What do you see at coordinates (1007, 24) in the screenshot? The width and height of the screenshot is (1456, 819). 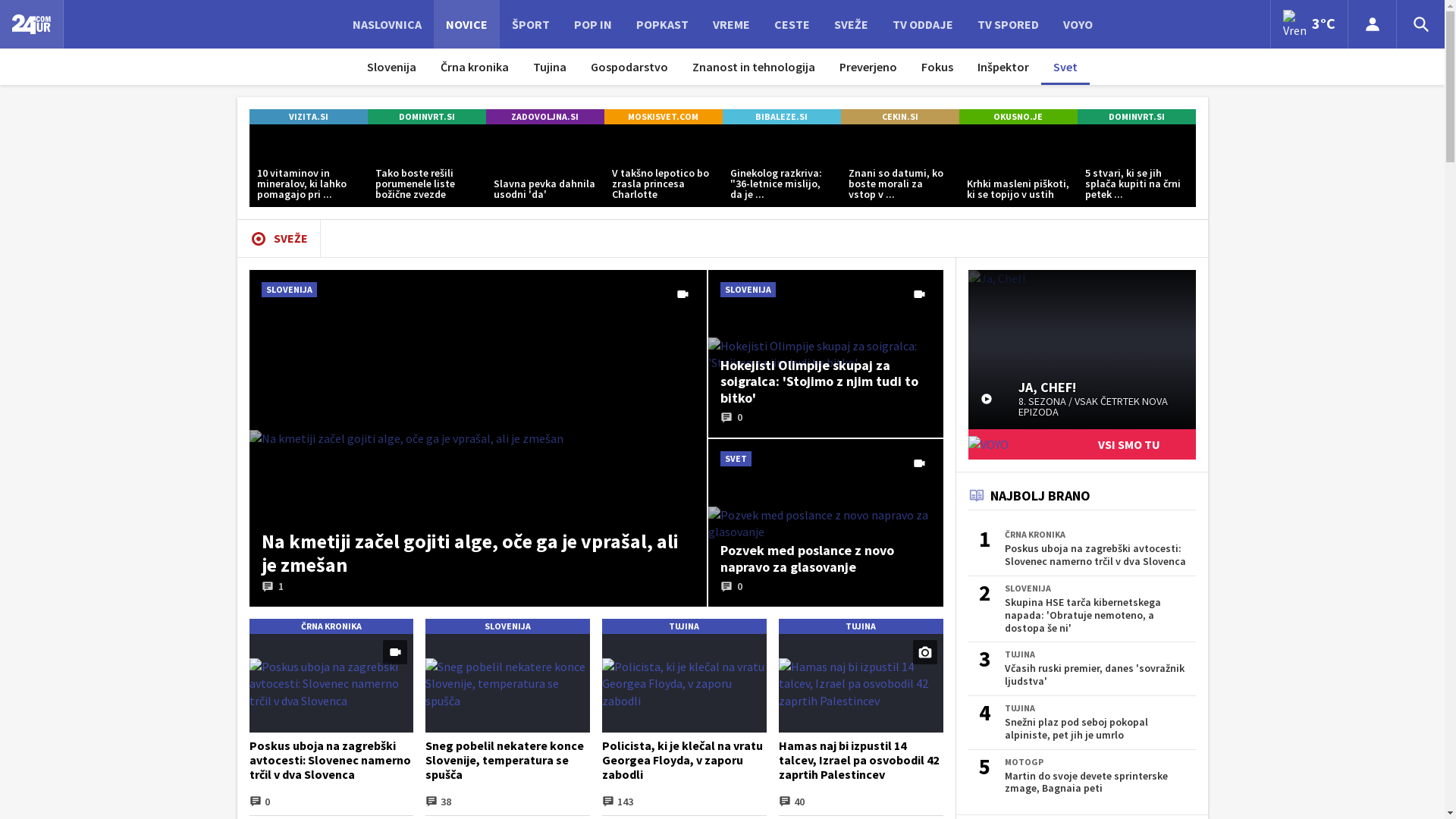 I see `'TV SPORED'` at bounding box center [1007, 24].